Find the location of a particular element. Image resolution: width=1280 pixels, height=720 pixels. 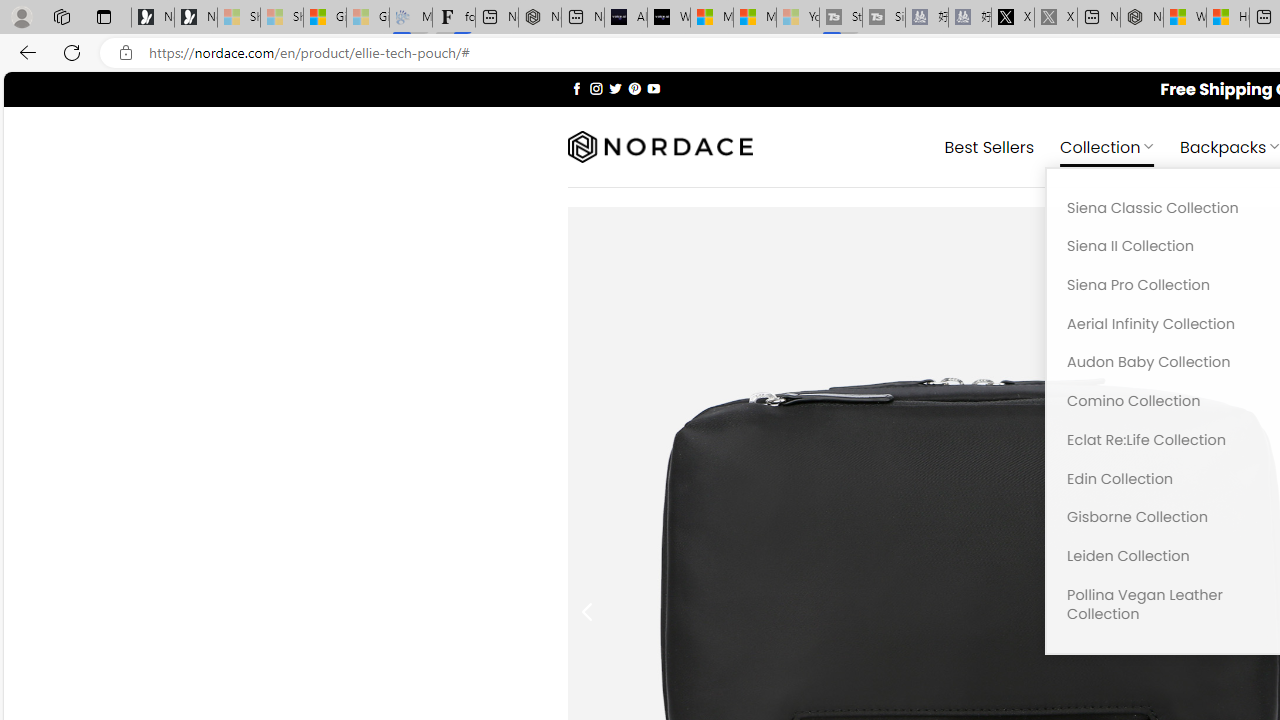

'Nordace' is located at coordinates (659, 146).